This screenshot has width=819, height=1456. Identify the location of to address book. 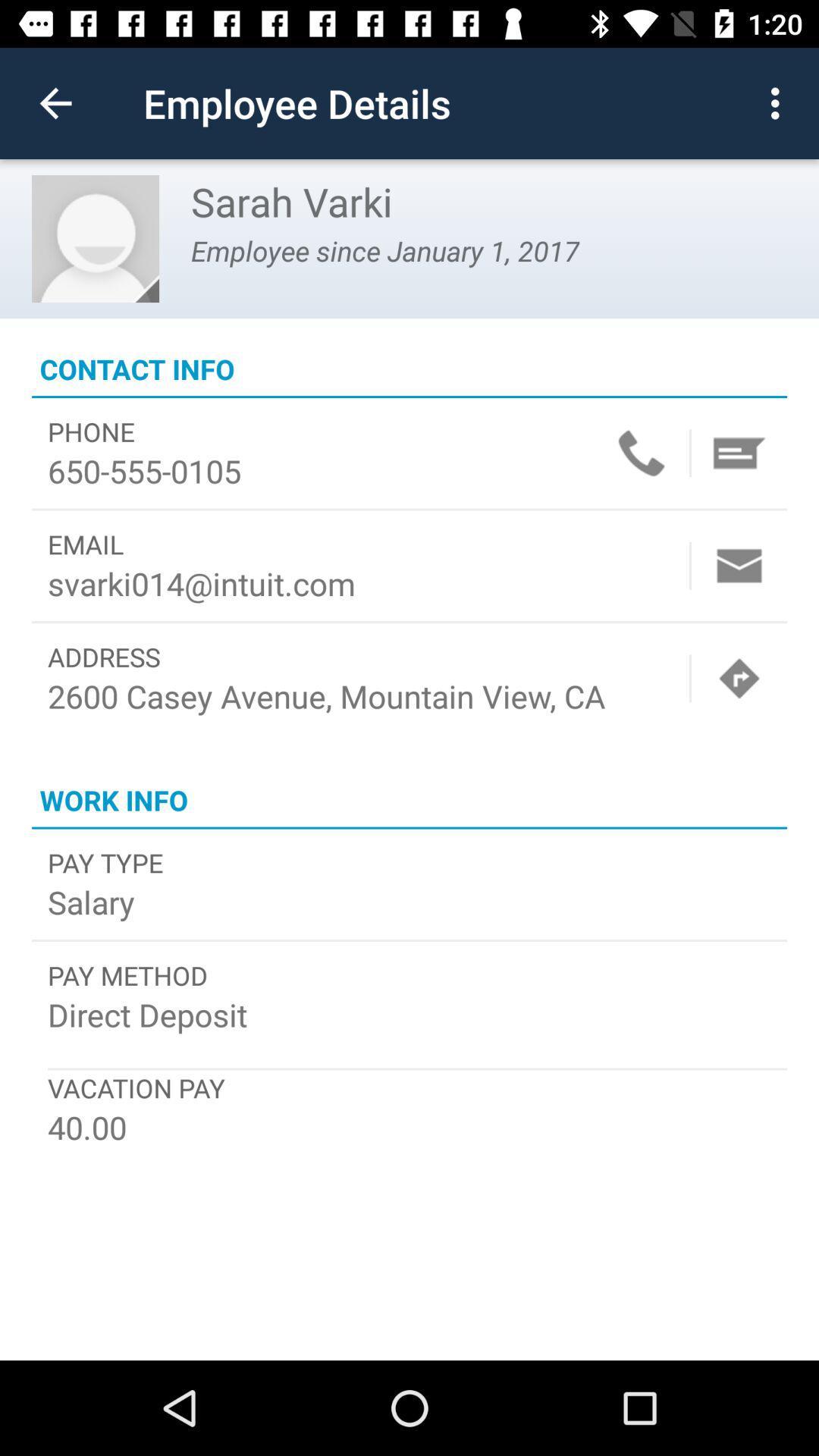
(739, 452).